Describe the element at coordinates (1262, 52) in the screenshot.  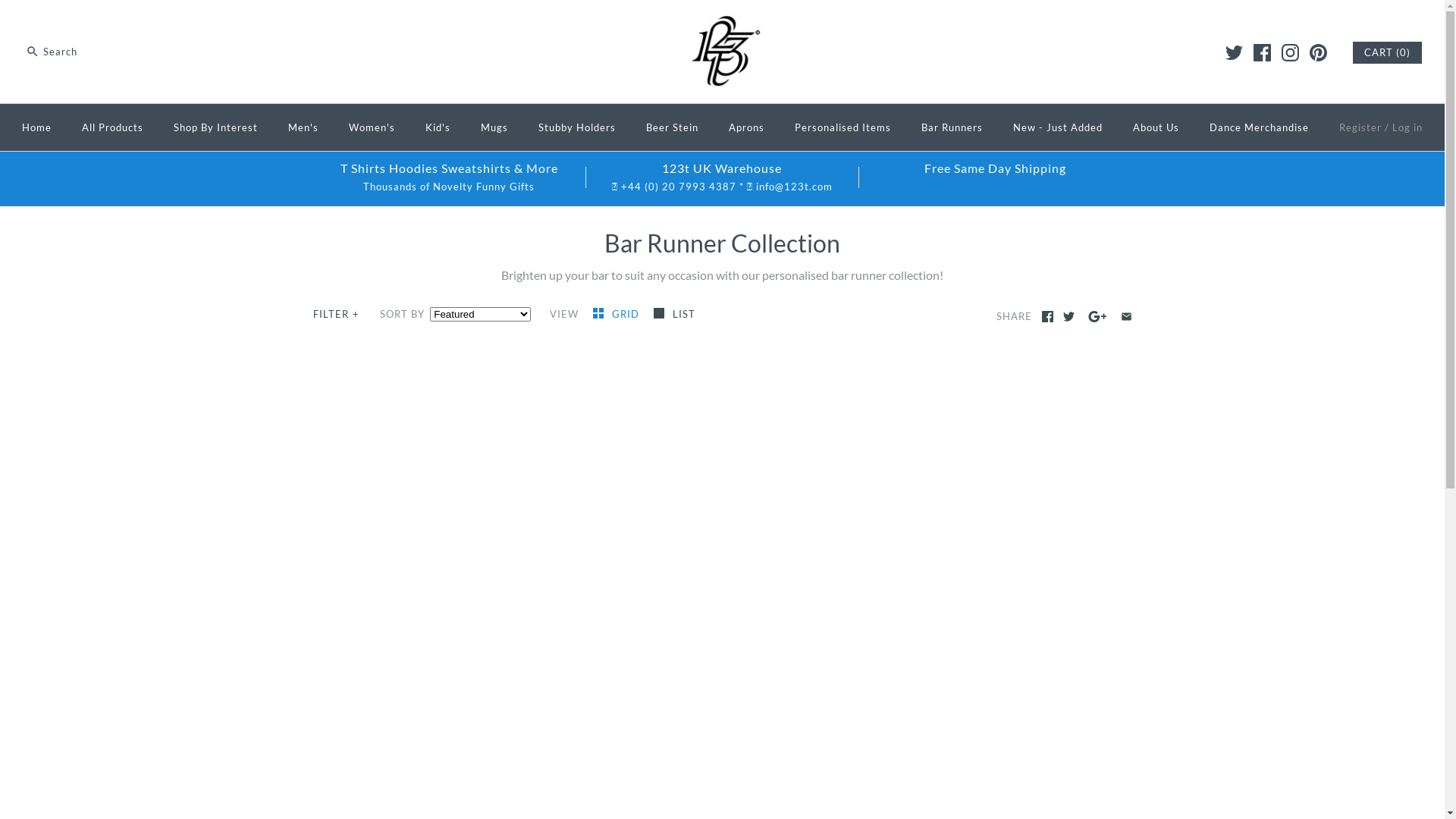
I see `'Facebook'` at that location.